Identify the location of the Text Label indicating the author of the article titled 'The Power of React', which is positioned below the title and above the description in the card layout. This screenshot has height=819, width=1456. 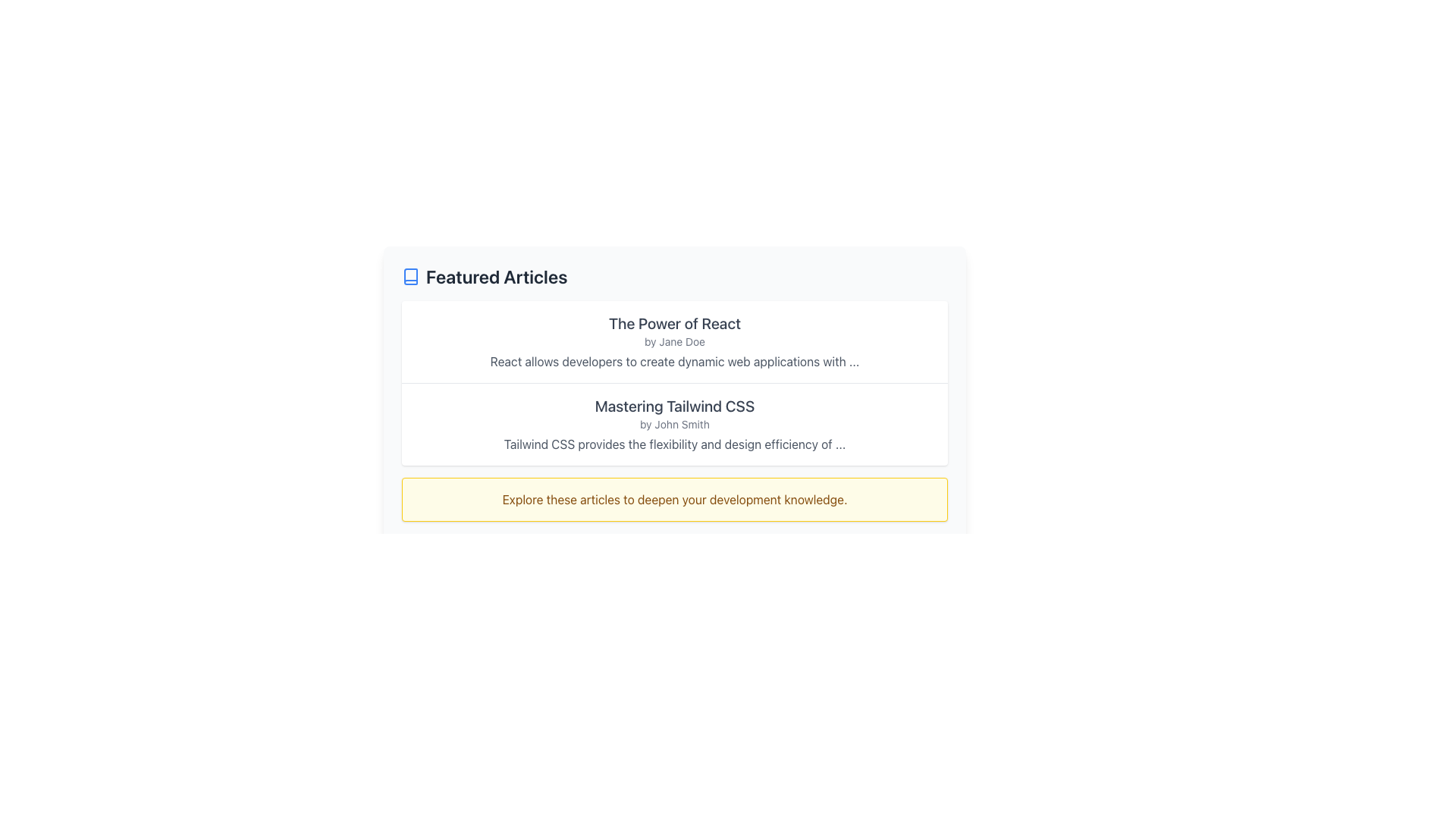
(673, 342).